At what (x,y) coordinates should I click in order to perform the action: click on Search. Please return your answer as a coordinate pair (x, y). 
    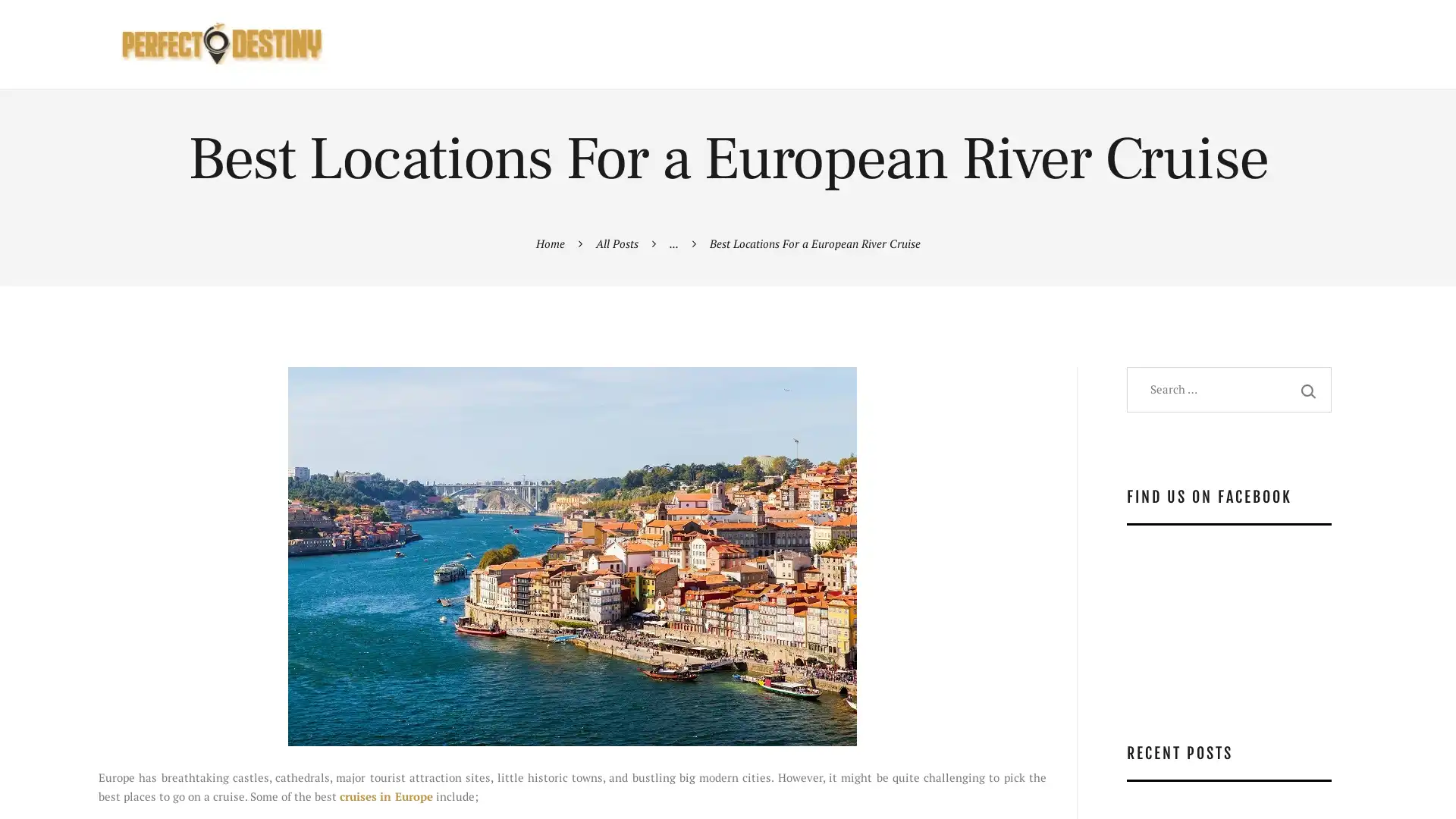
    Looking at the image, I should click on (1310, 390).